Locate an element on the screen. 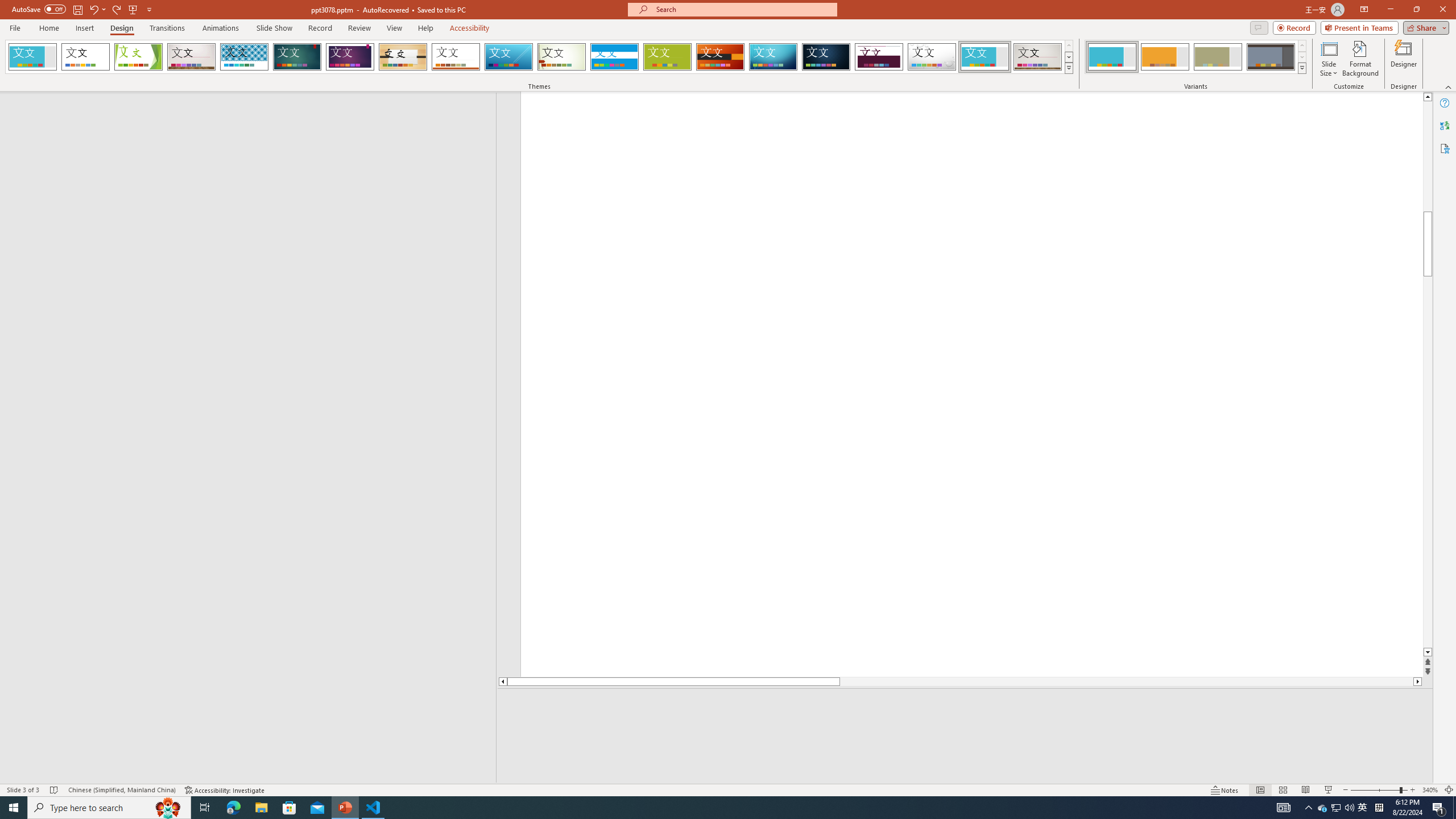 This screenshot has width=1456, height=819. 'Frame Variant 4' is located at coordinates (1270, 56).